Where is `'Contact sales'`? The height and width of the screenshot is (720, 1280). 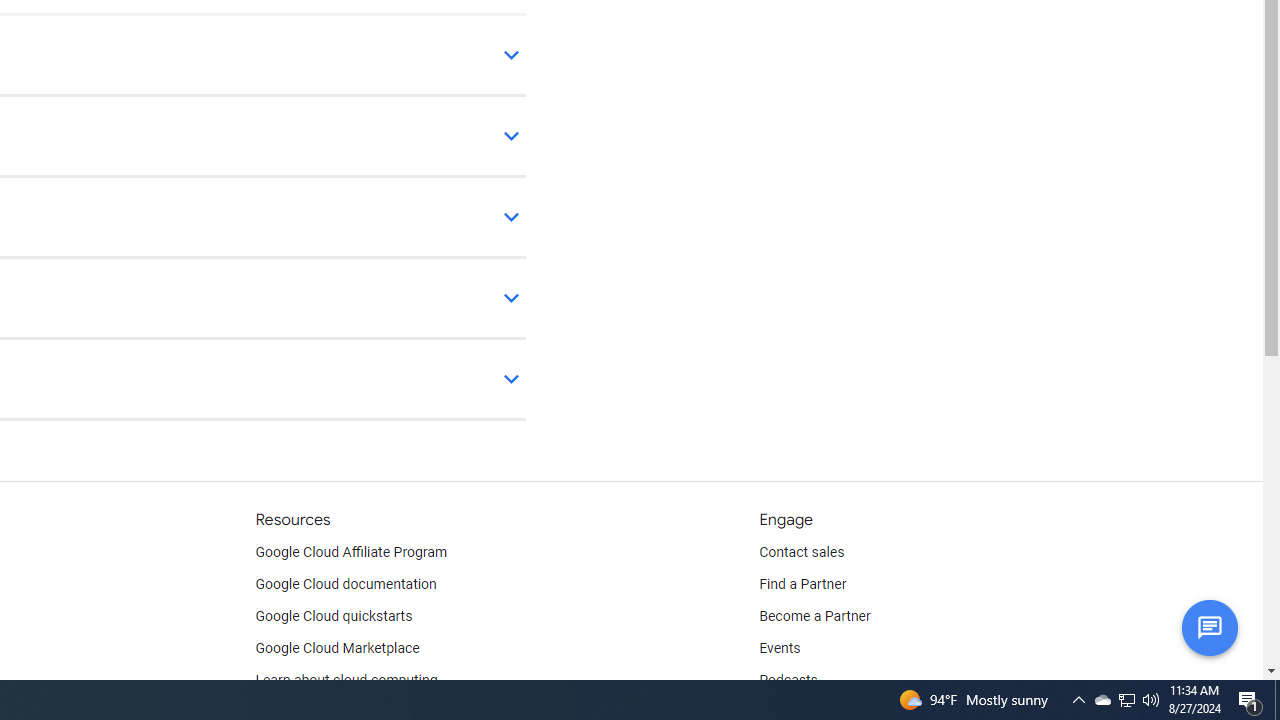
'Contact sales' is located at coordinates (801, 552).